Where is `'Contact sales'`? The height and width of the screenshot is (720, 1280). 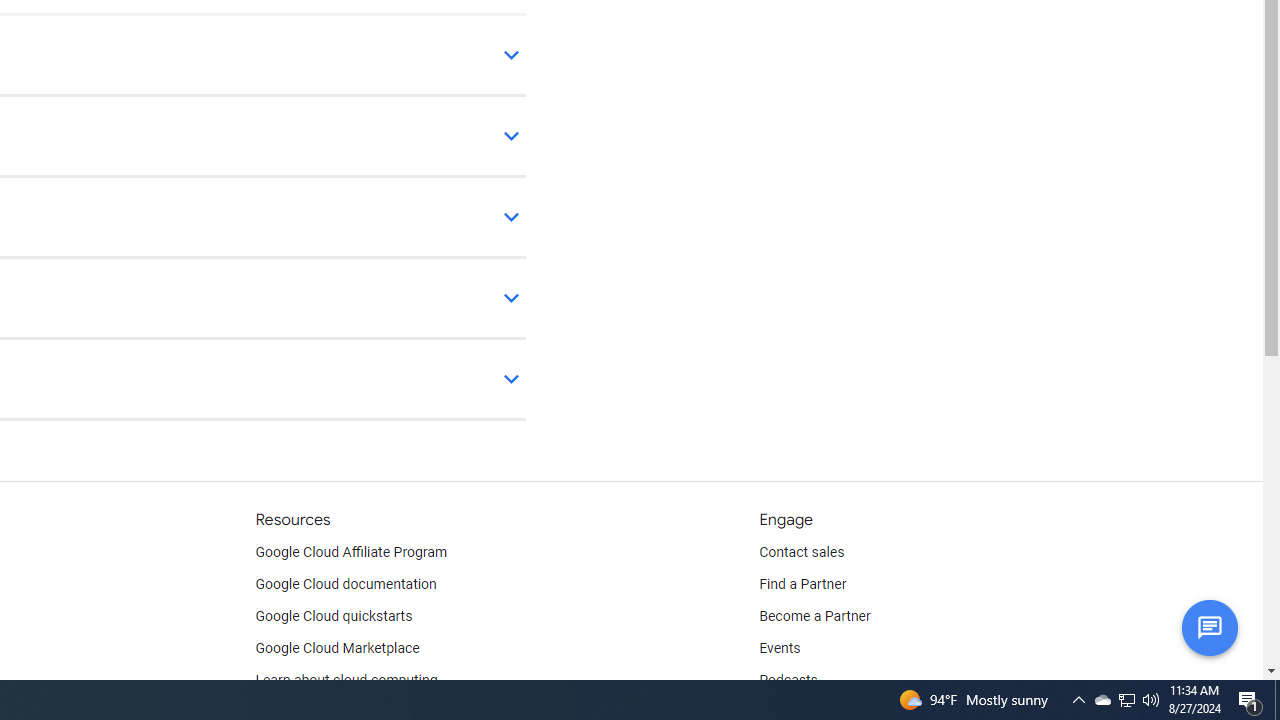
'Contact sales' is located at coordinates (801, 552).